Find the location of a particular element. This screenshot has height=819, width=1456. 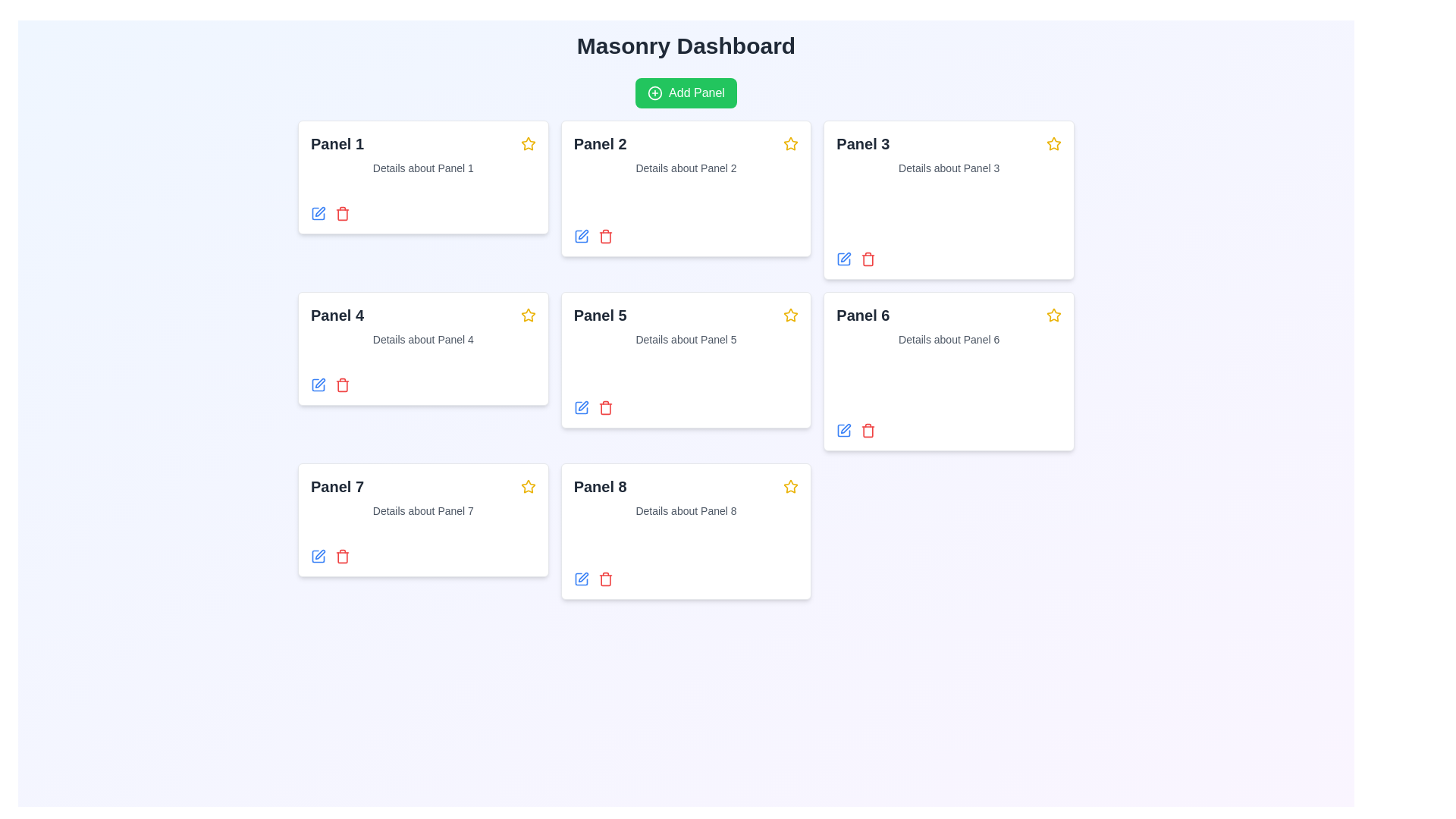

the static text label displaying 'Details about Panel 6', which is located in the Panel 6 card, beneath the title 'Panel 6' and above the action buttons is located at coordinates (948, 338).